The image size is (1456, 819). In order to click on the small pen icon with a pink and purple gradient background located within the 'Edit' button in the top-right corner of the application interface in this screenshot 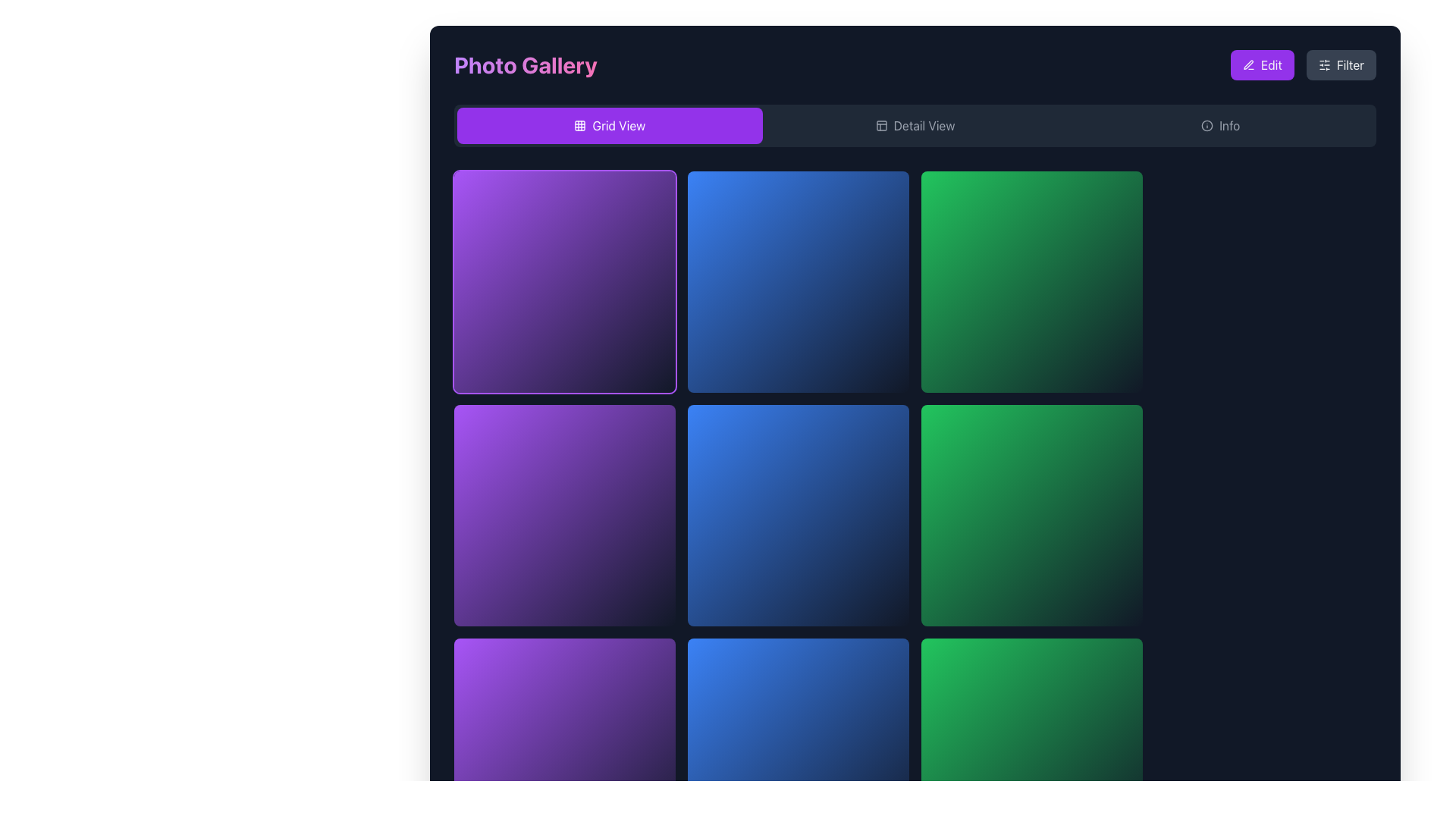, I will do `click(1248, 64)`.